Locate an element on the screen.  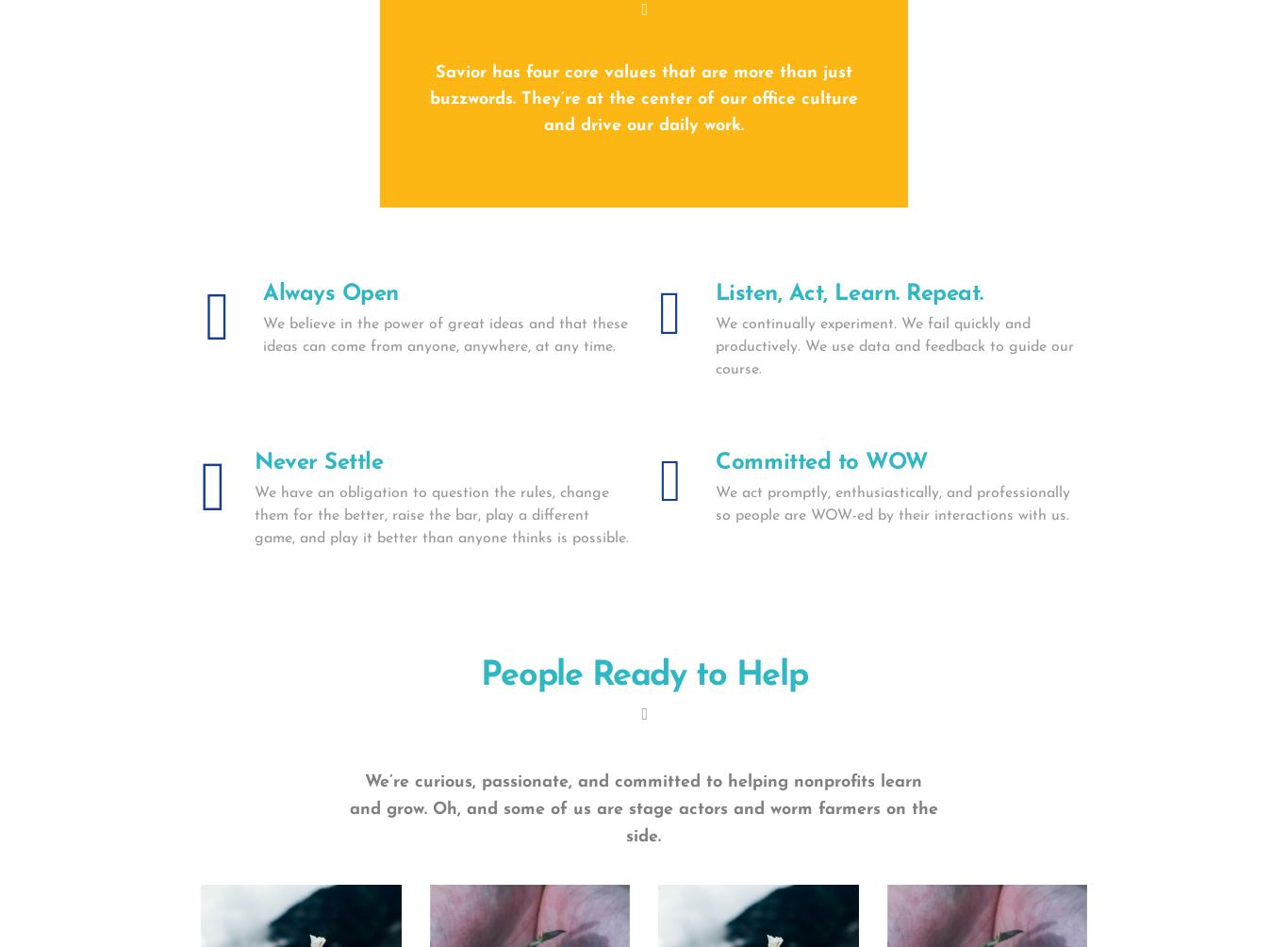
'Committed to WOW' is located at coordinates (820, 461).